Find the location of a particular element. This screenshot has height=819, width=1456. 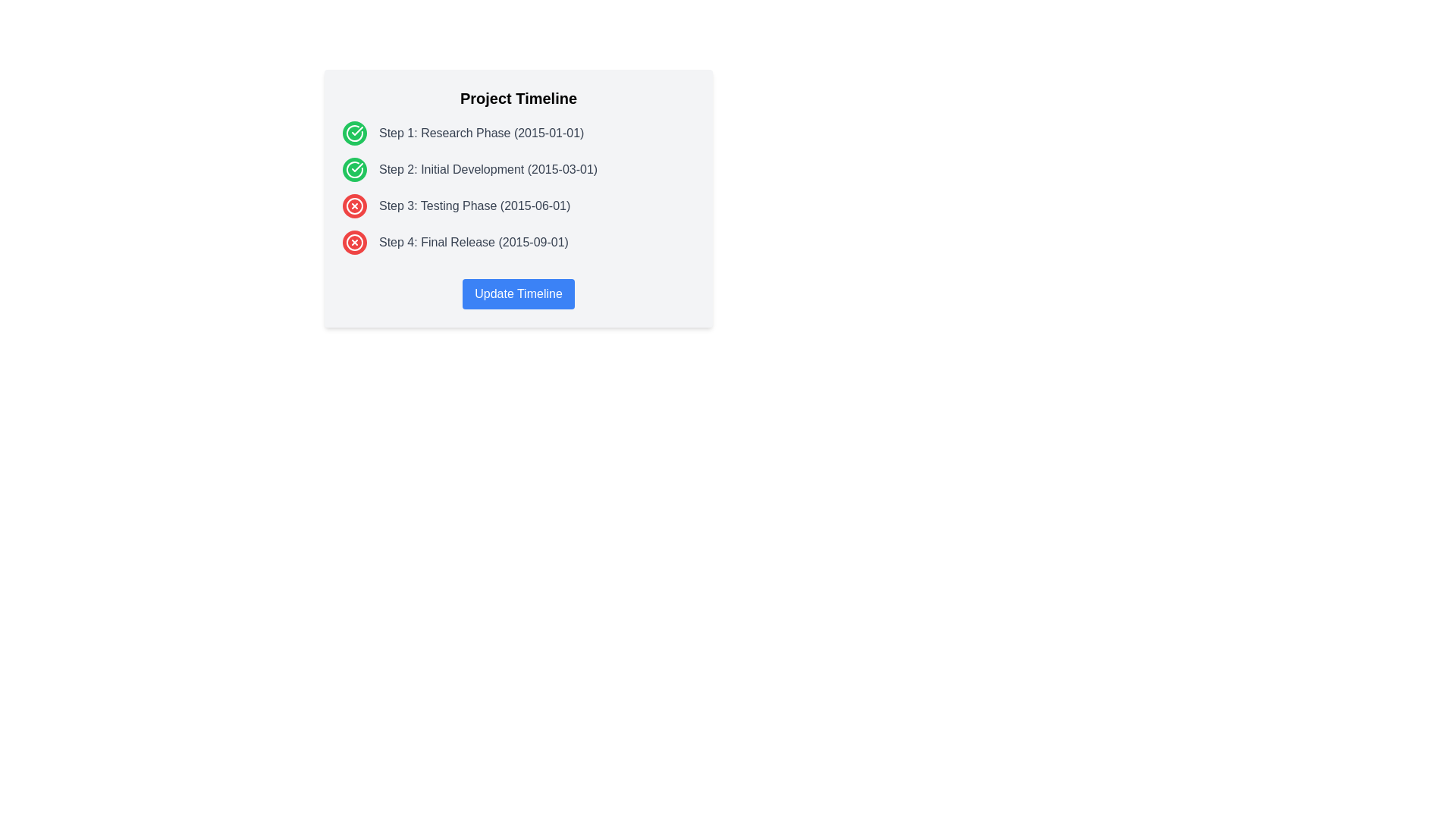

the 'Step 4: Final Release' status icon, which indicates a failed or incomplete status in the timeline is located at coordinates (353, 242).